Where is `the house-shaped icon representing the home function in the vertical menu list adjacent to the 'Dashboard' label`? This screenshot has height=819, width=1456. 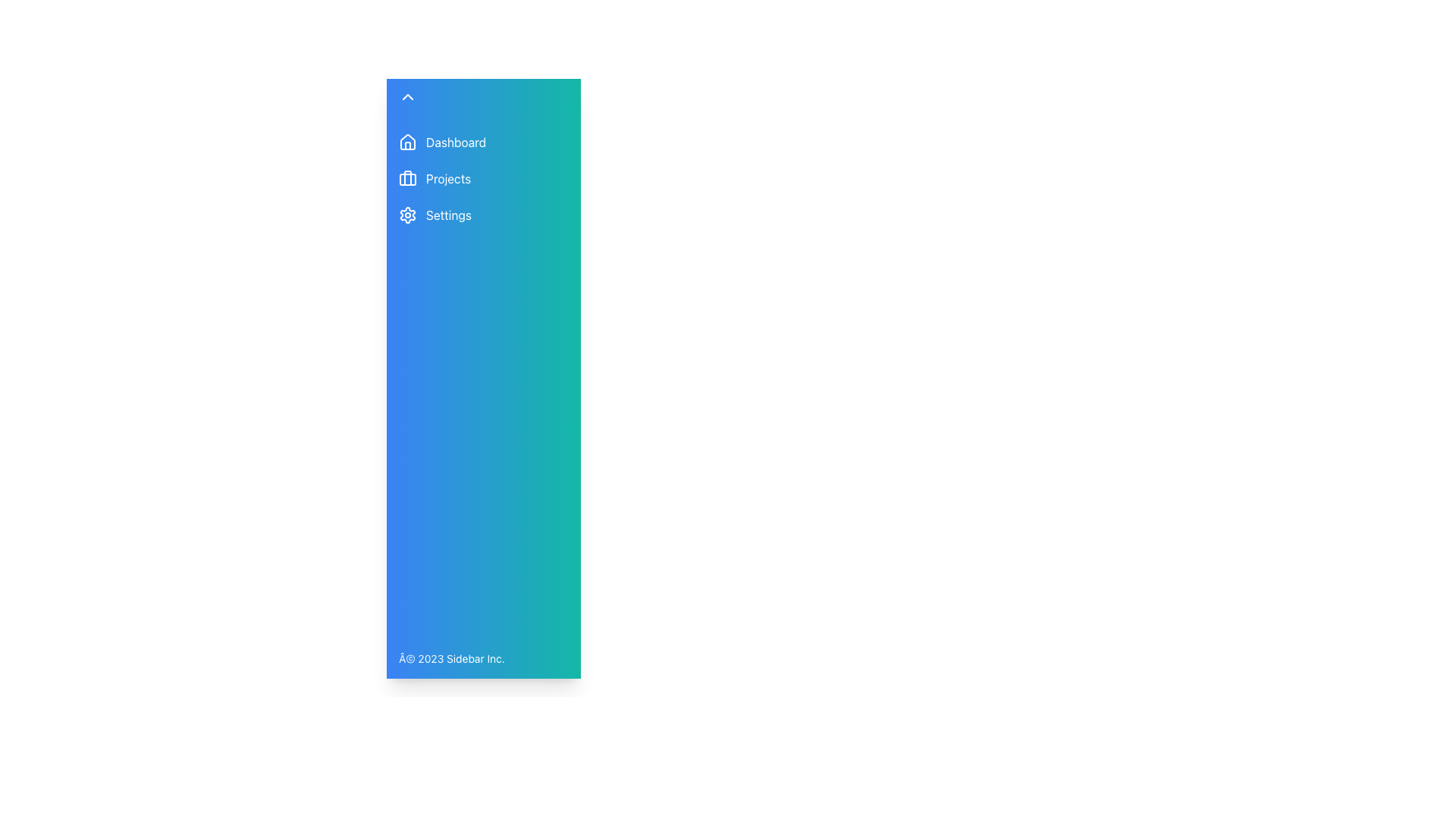 the house-shaped icon representing the home function in the vertical menu list adjacent to the 'Dashboard' label is located at coordinates (407, 141).